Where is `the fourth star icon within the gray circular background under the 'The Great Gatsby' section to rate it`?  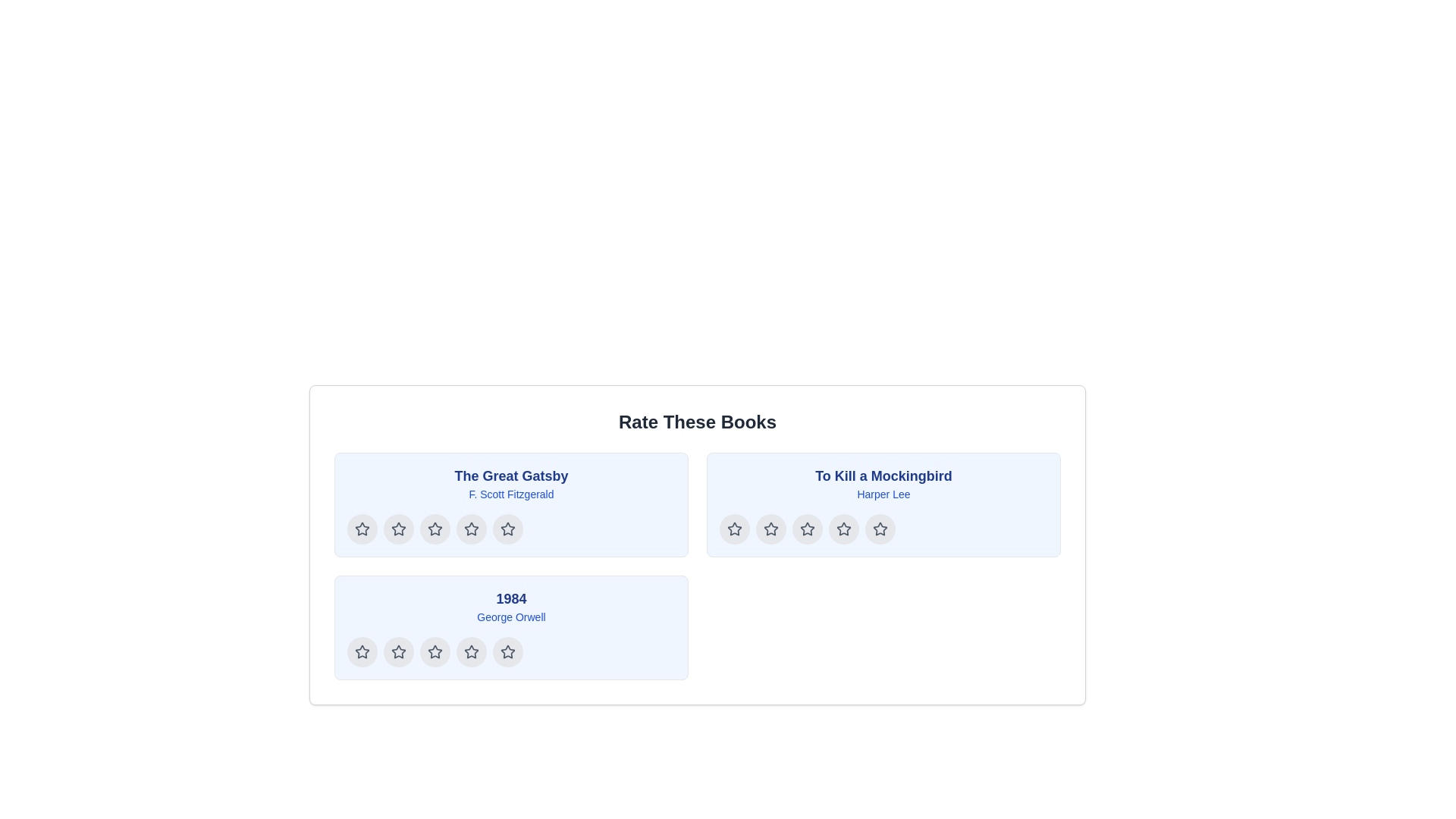
the fourth star icon within the gray circular background under the 'The Great Gatsby' section to rate it is located at coordinates (508, 529).